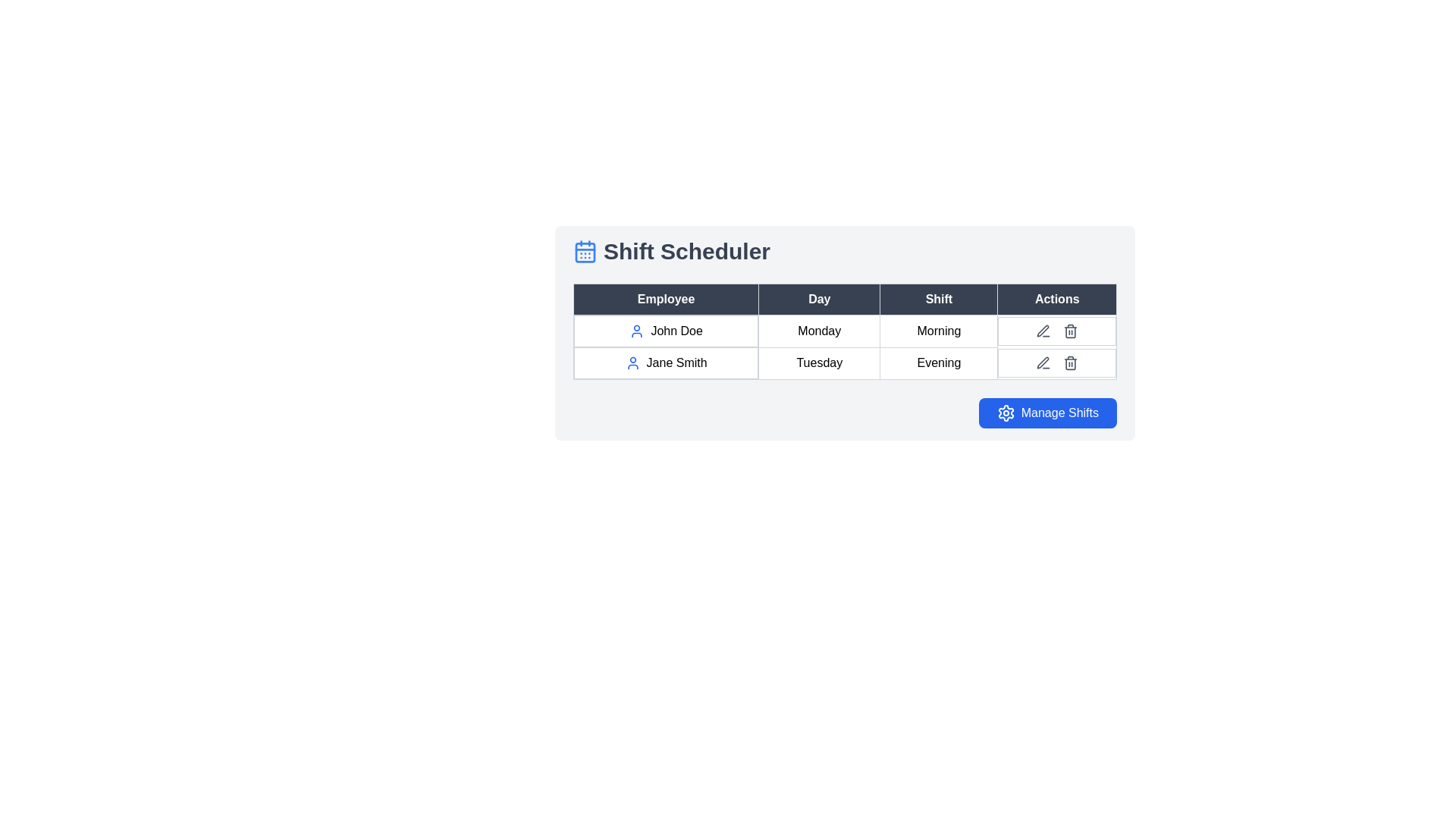 The image size is (1456, 819). Describe the element at coordinates (632, 362) in the screenshot. I see `the user icon associated with 'Jane Smith' in the second instance within the 'Employee' column of the table` at that location.